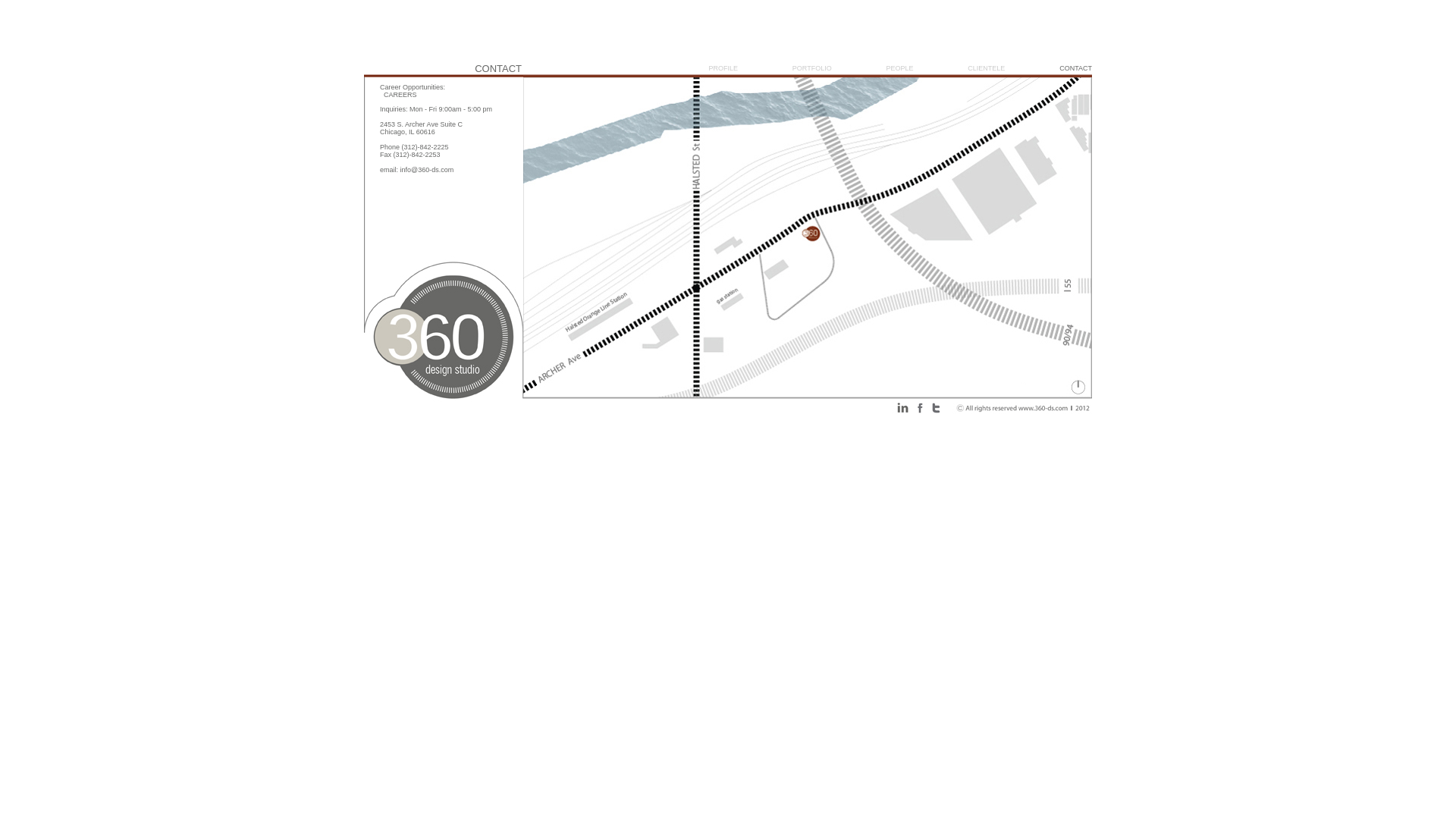 The height and width of the screenshot is (819, 1456). Describe the element at coordinates (899, 67) in the screenshot. I see `'PEOPLE'` at that location.